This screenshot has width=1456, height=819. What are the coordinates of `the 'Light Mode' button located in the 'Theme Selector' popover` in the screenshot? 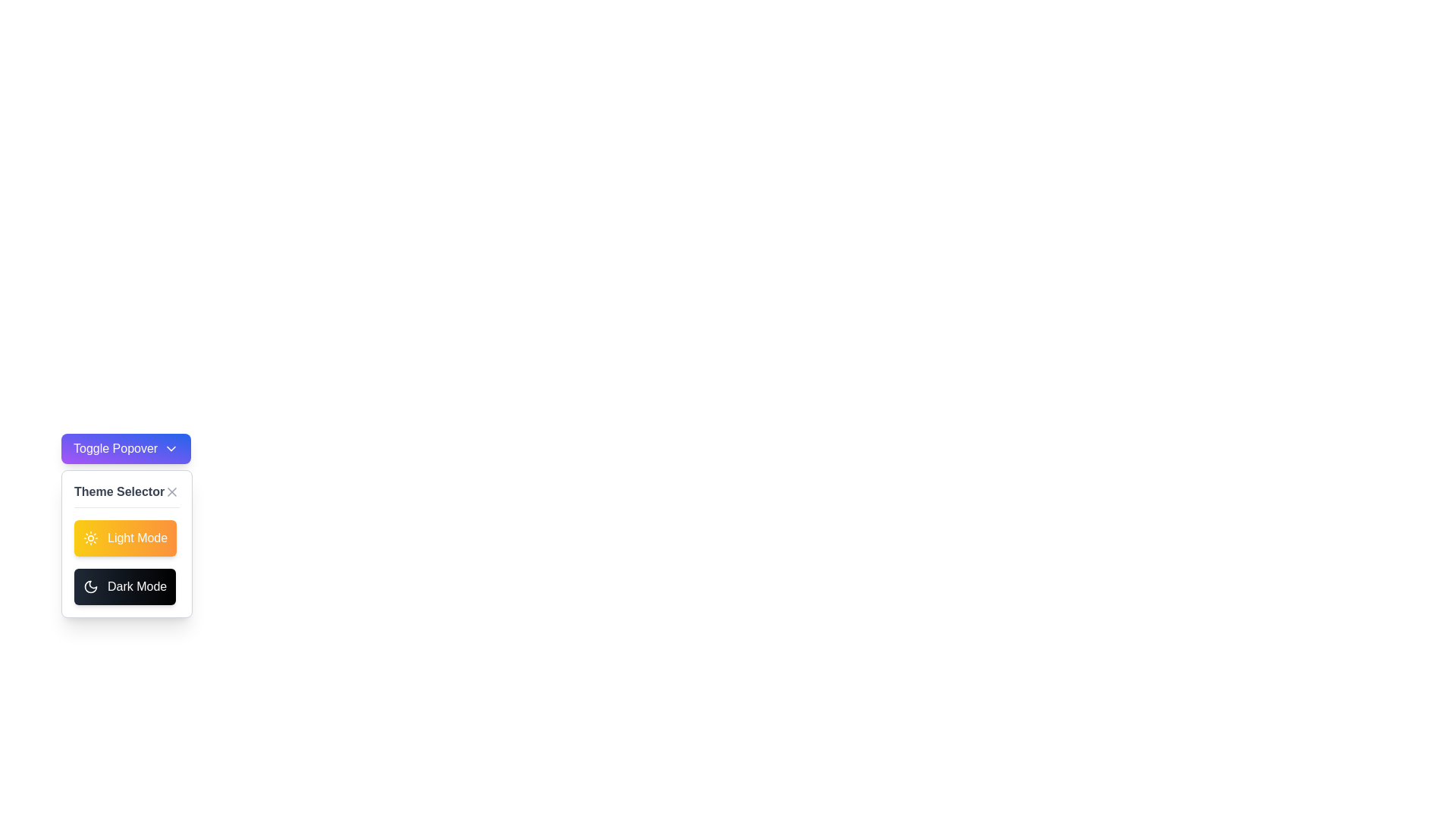 It's located at (125, 537).